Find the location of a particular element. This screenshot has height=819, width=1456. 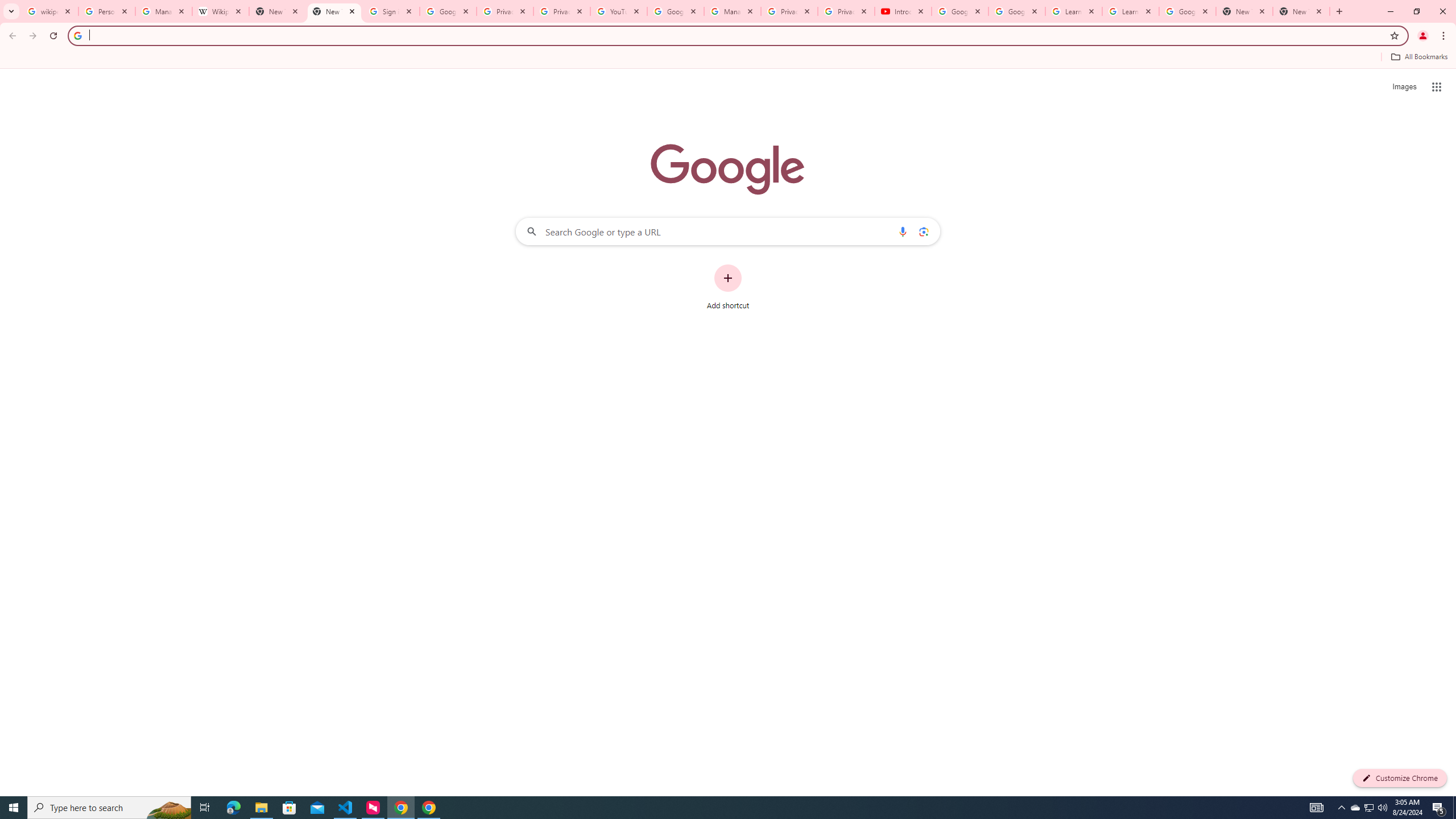

'Manage your Location History - Google Search Help' is located at coordinates (164, 11).